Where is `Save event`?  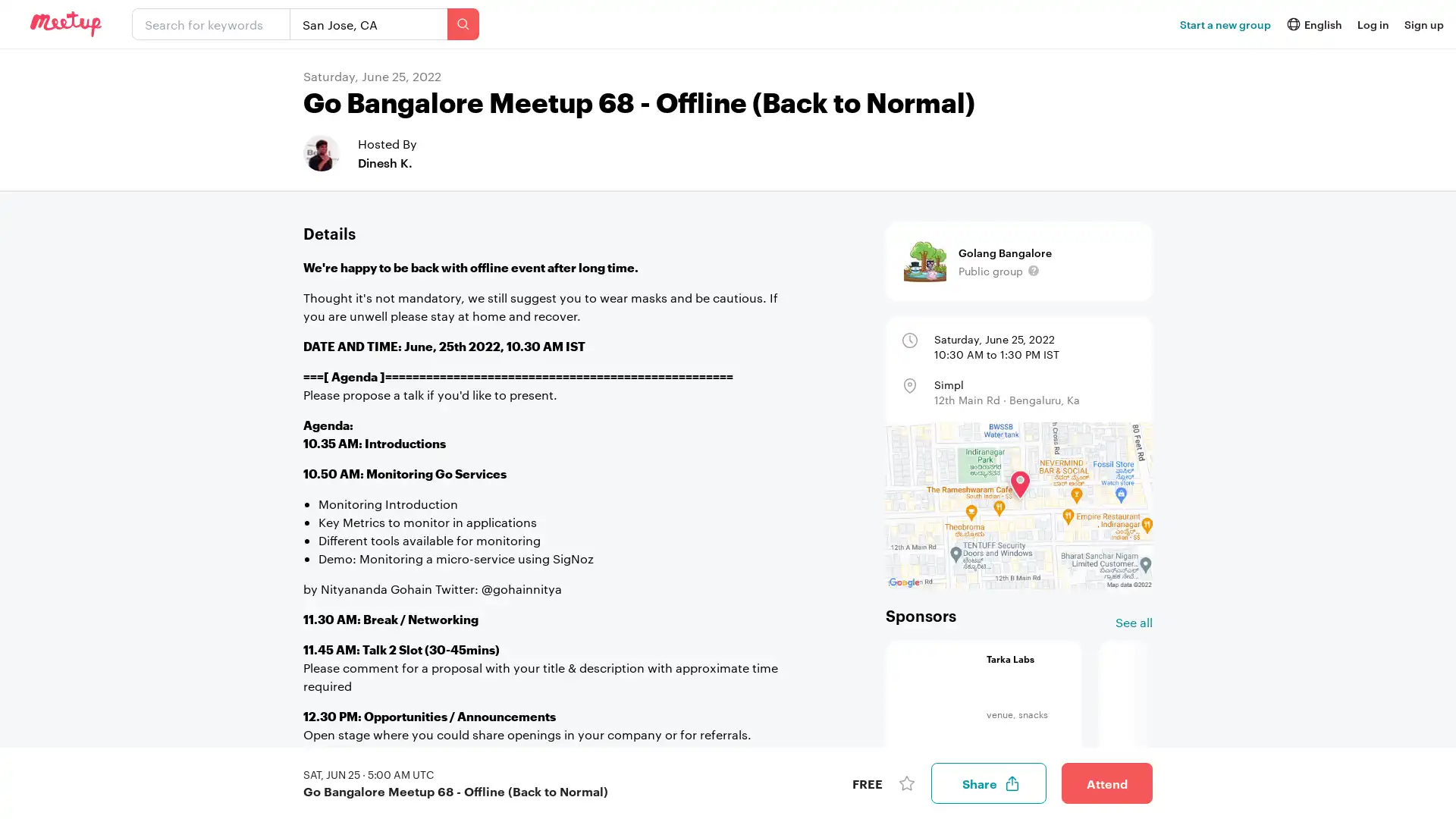
Save event is located at coordinates (906, 783).